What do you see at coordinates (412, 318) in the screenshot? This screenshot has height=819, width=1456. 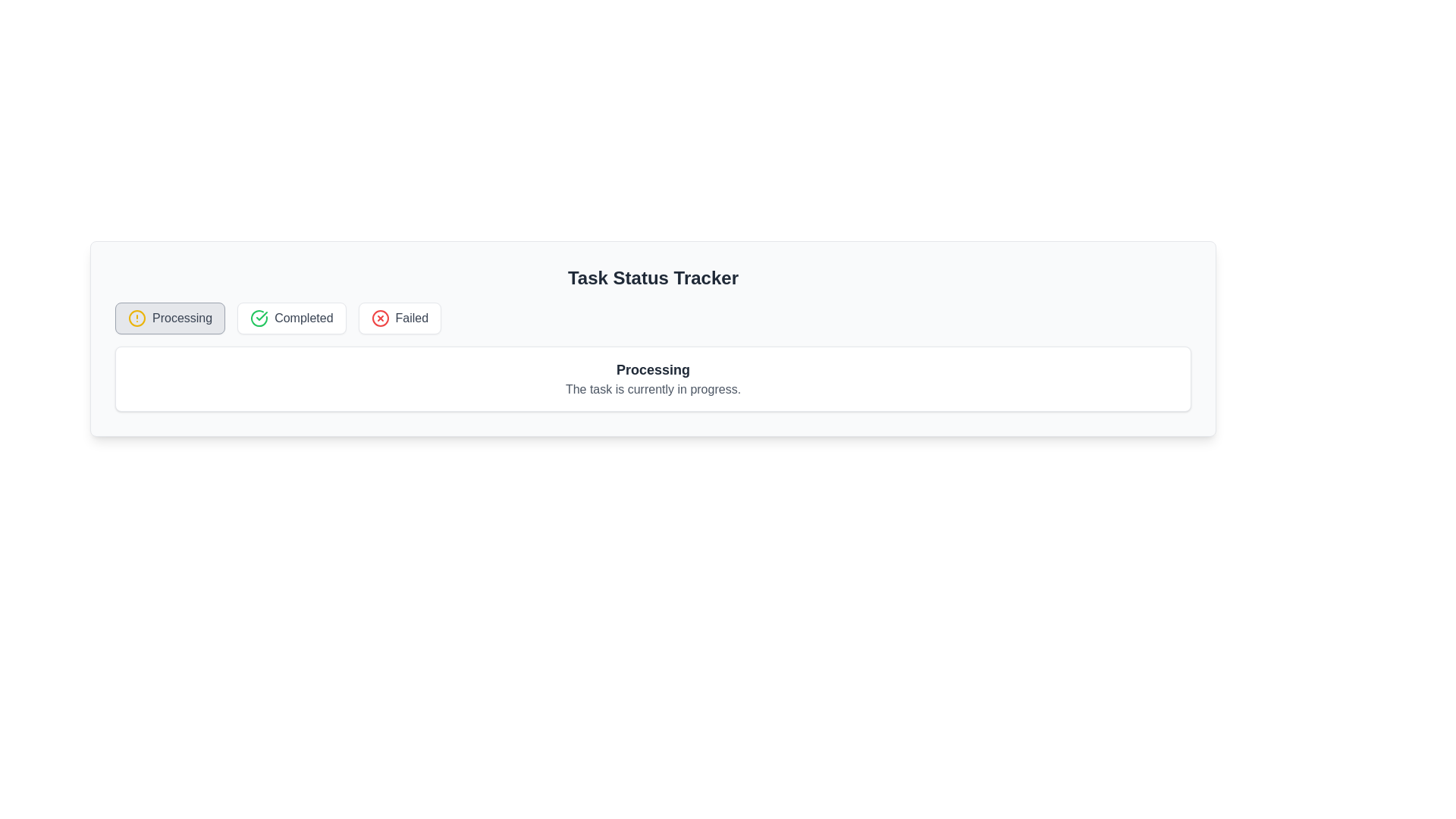 I see `status information displayed in the textual label that says 'Failed', which is located to the far right of other status options and adjacent to a red circular icon with an 'x' symbol` at bounding box center [412, 318].